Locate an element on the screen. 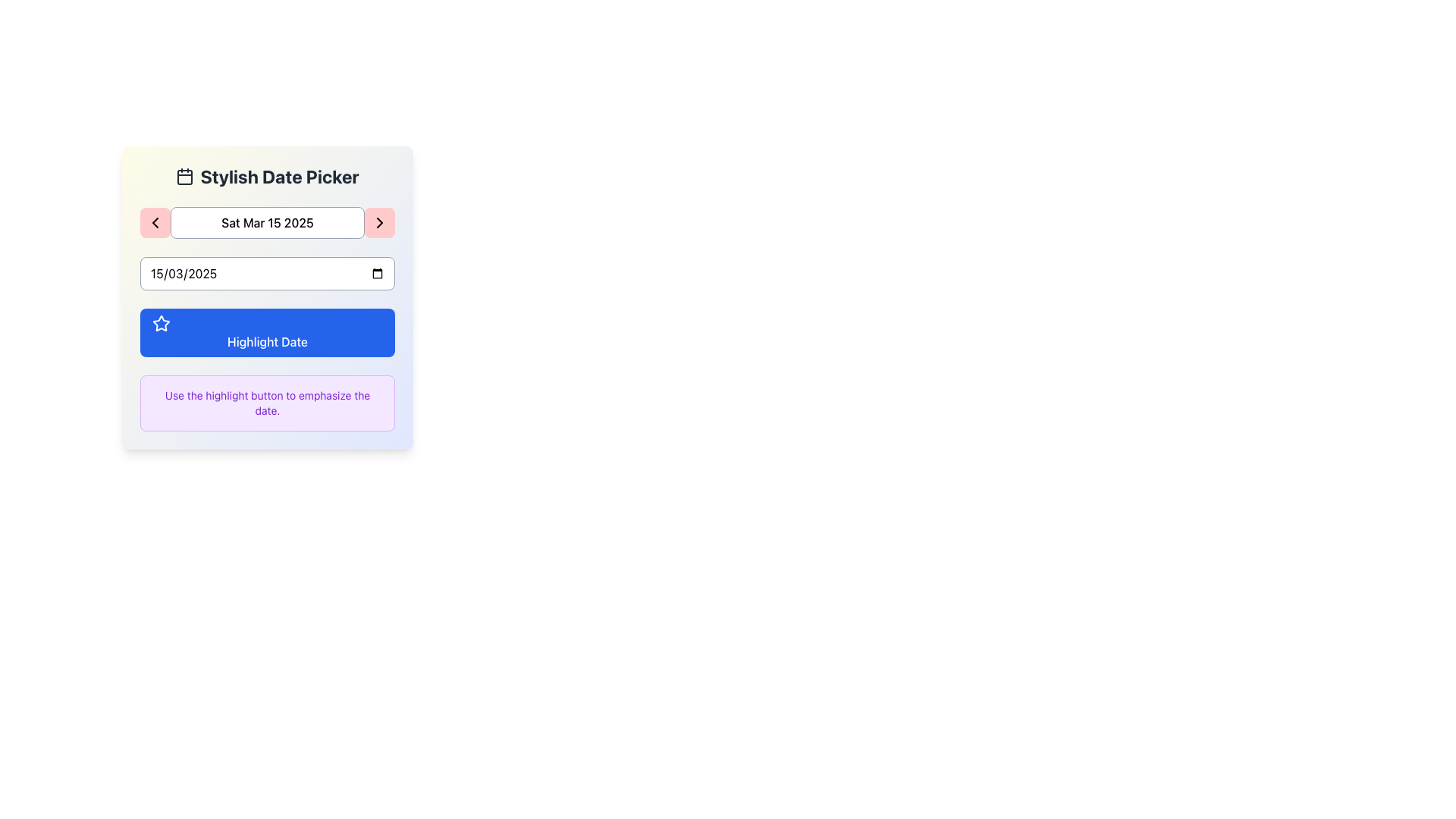 The height and width of the screenshot is (819, 1456). the button located to the right of the date display field, which displays 'Sat Mar 15 2025' is located at coordinates (379, 222).